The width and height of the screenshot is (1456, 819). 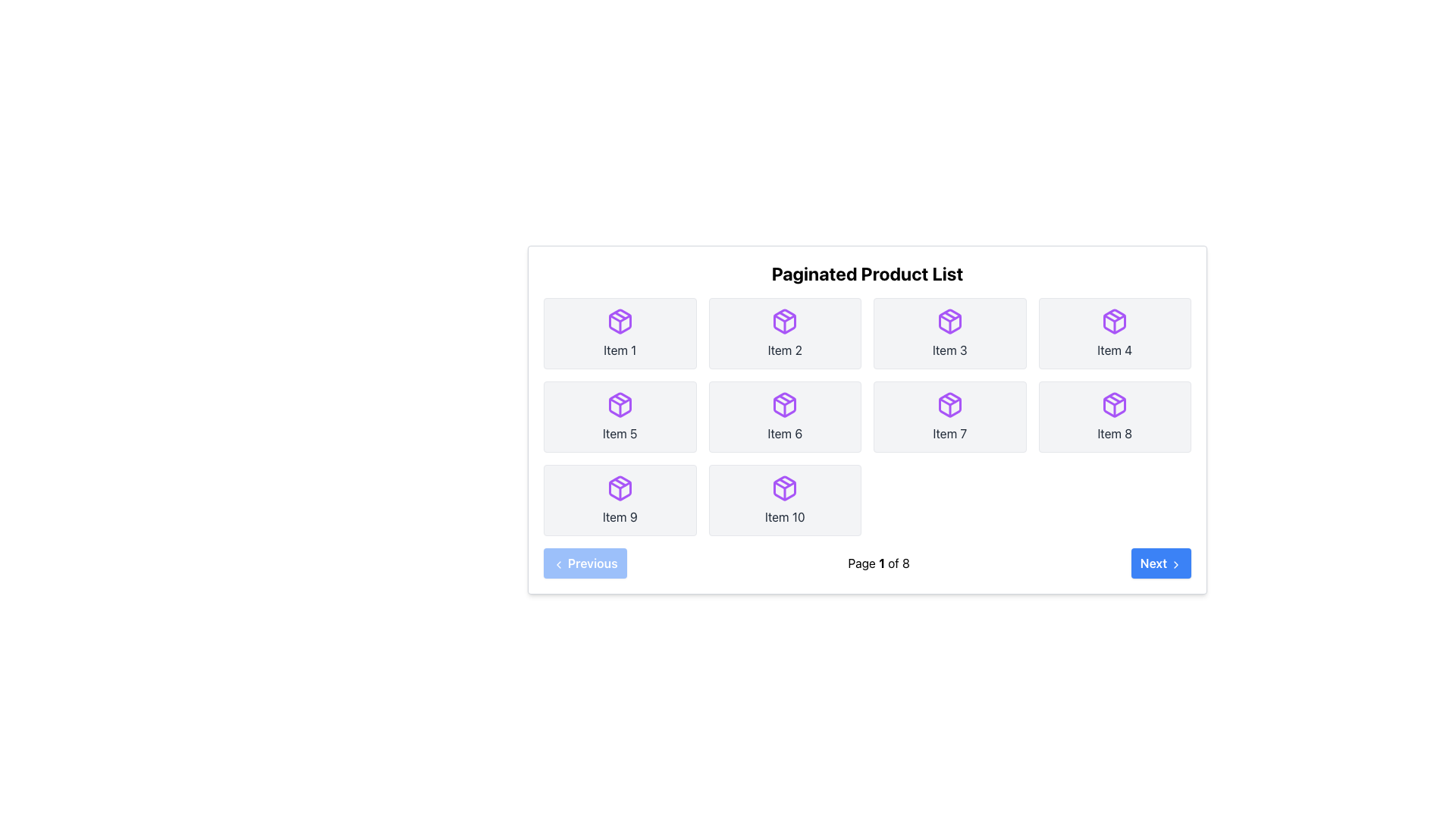 What do you see at coordinates (785, 488) in the screenshot?
I see `the SVG Icon representing 'Item 10' located in the second row, fourth column of the product grid` at bounding box center [785, 488].